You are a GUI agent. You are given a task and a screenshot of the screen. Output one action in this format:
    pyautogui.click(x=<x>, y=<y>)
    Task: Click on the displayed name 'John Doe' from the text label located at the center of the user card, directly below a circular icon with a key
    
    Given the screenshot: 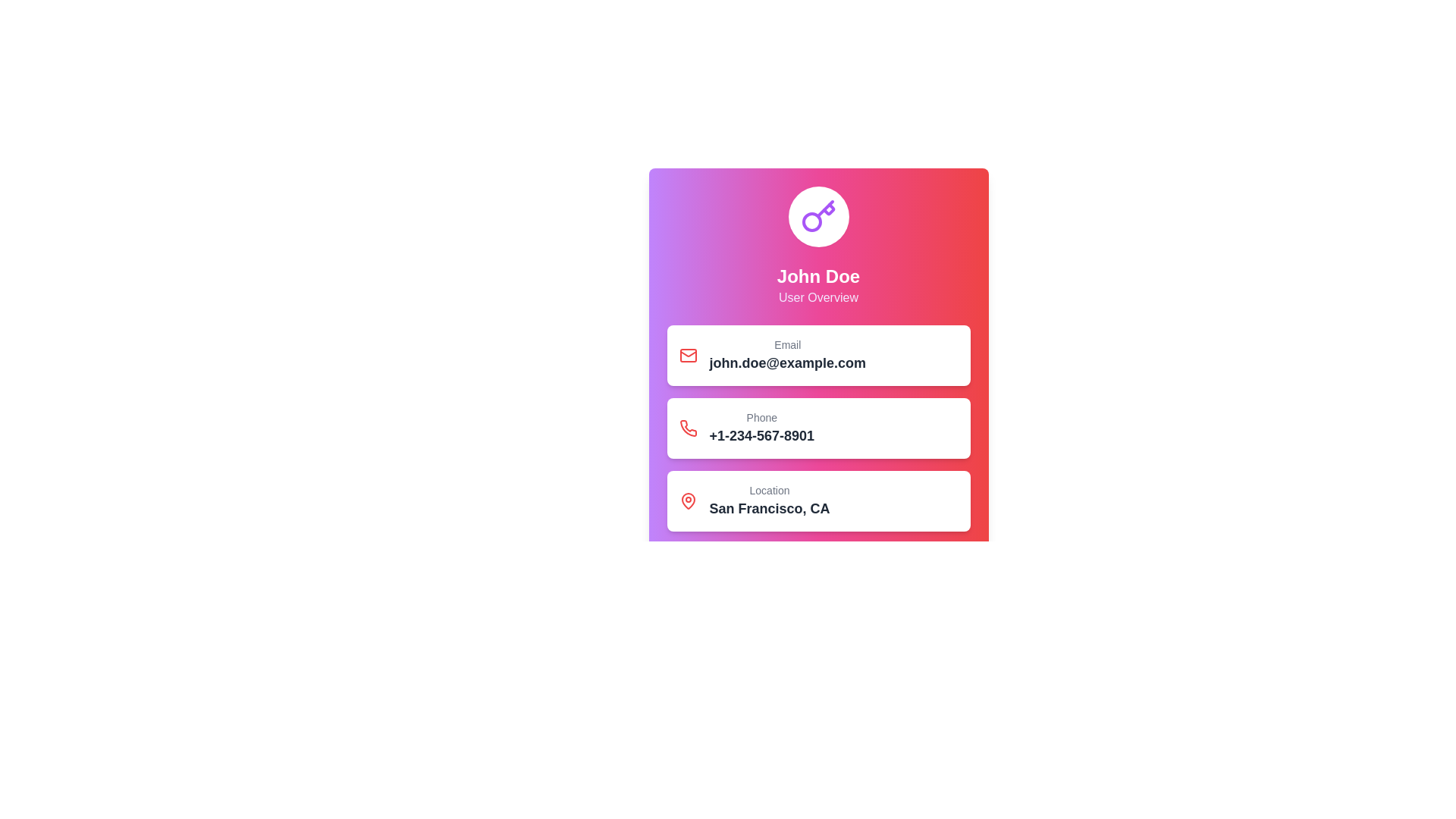 What is the action you would take?
    pyautogui.click(x=817, y=277)
    